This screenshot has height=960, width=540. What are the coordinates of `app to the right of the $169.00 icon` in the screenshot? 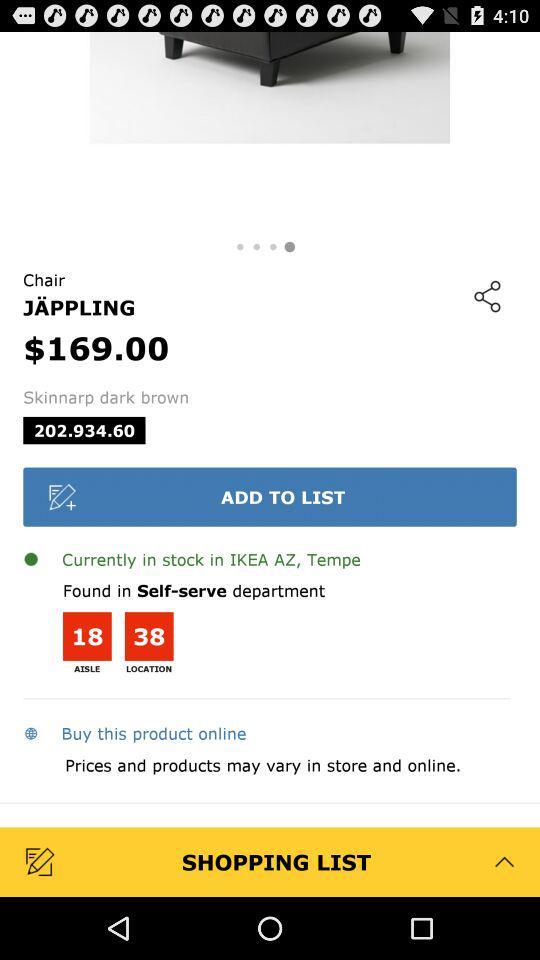 It's located at (486, 295).